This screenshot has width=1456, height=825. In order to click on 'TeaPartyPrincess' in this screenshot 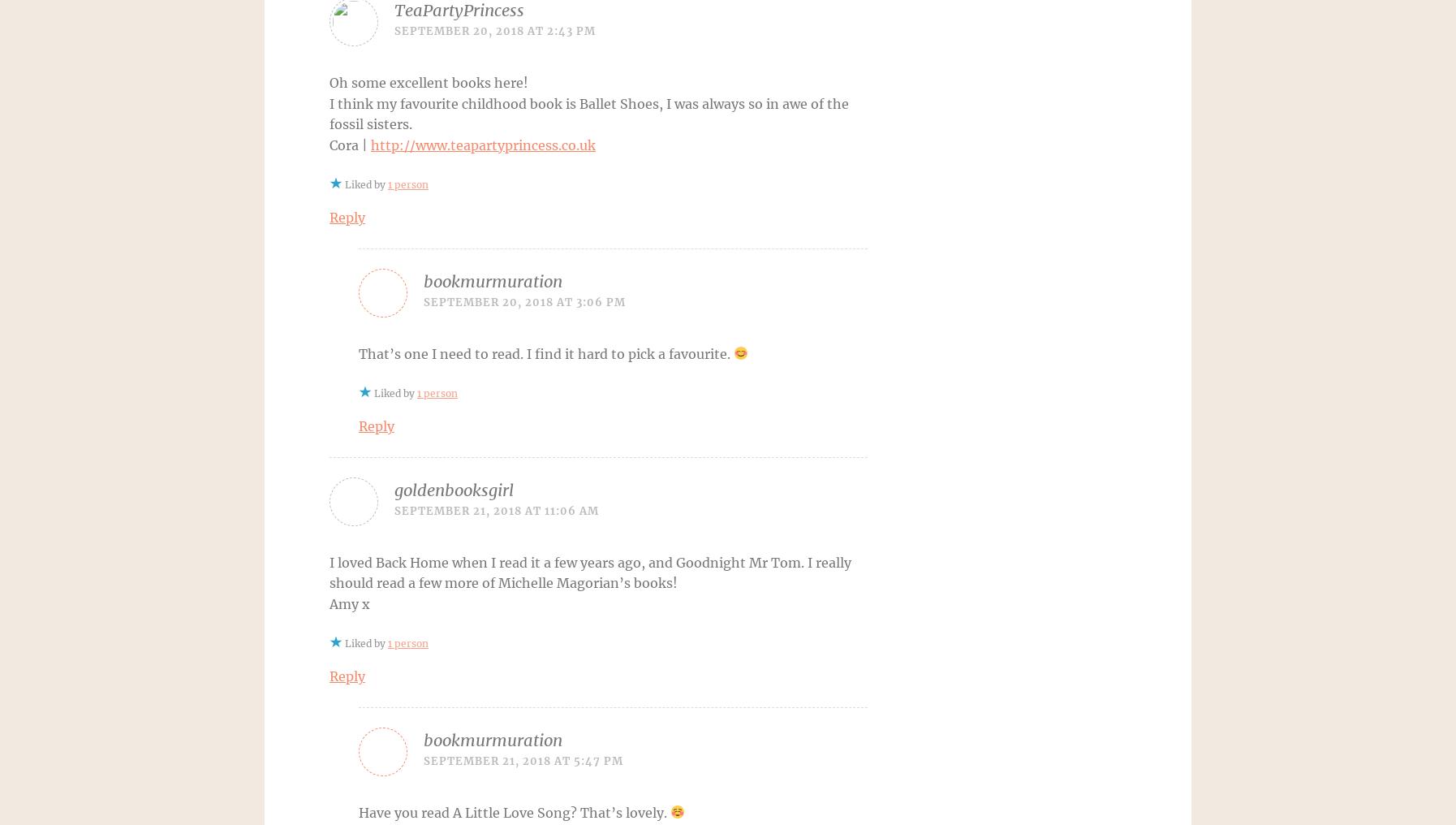, I will do `click(459, 9)`.